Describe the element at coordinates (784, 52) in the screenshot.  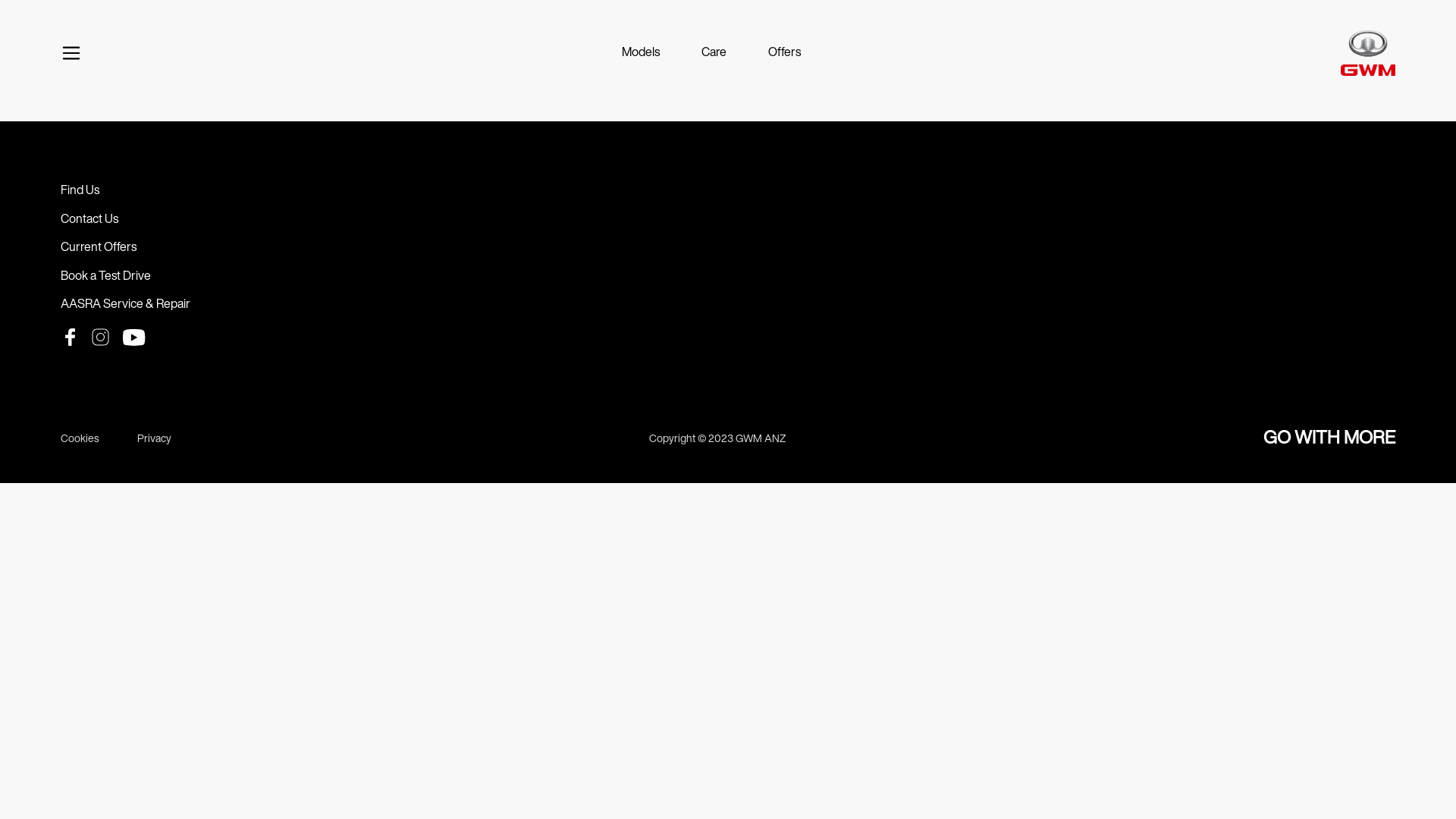
I see `'Offers'` at that location.